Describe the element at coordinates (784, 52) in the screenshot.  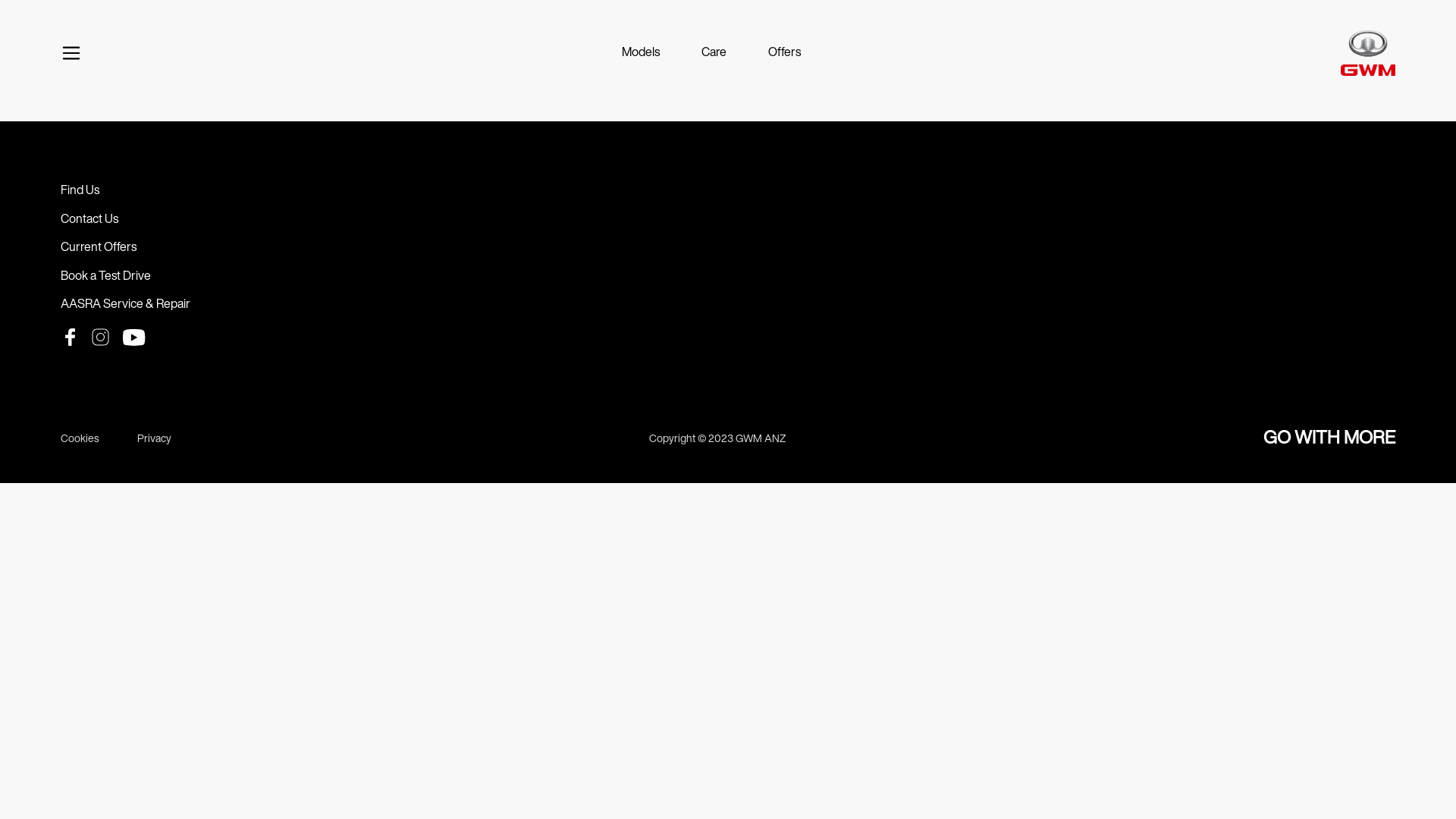
I see `'Offers'` at that location.